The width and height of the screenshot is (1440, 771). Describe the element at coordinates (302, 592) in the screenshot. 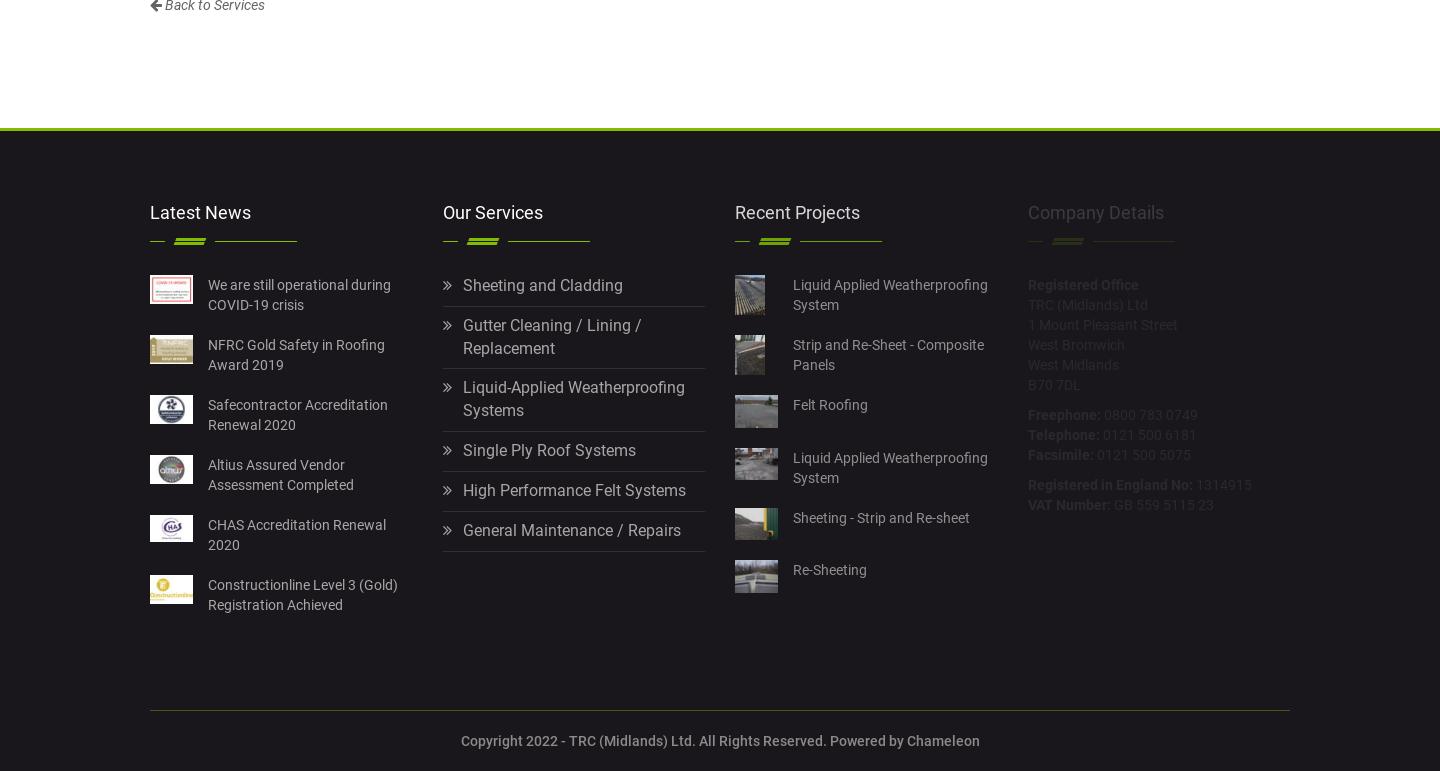

I see `'Constructionline Level 3 (Gold) Registration Achieved'` at that location.